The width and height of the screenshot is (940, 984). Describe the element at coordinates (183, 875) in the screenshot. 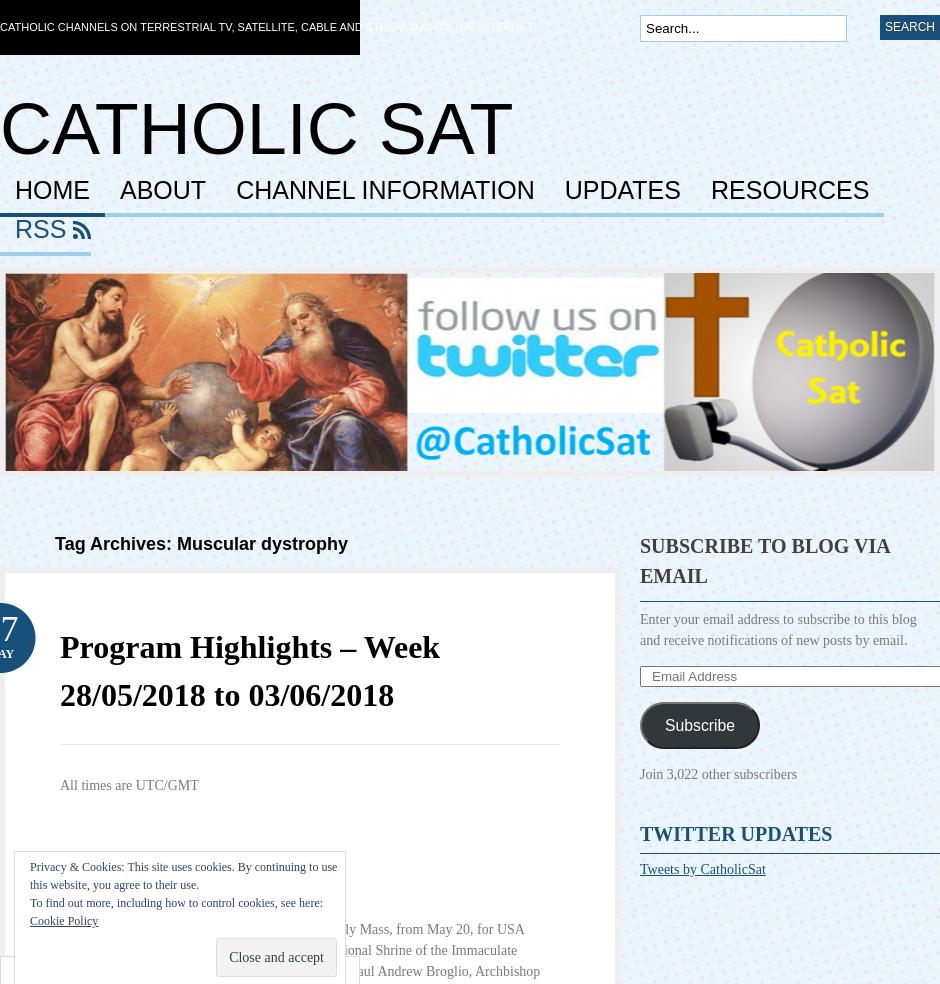

I see `'Privacy & Cookies: This site uses cookies. By continuing to use this website, you agree to their use.'` at that location.